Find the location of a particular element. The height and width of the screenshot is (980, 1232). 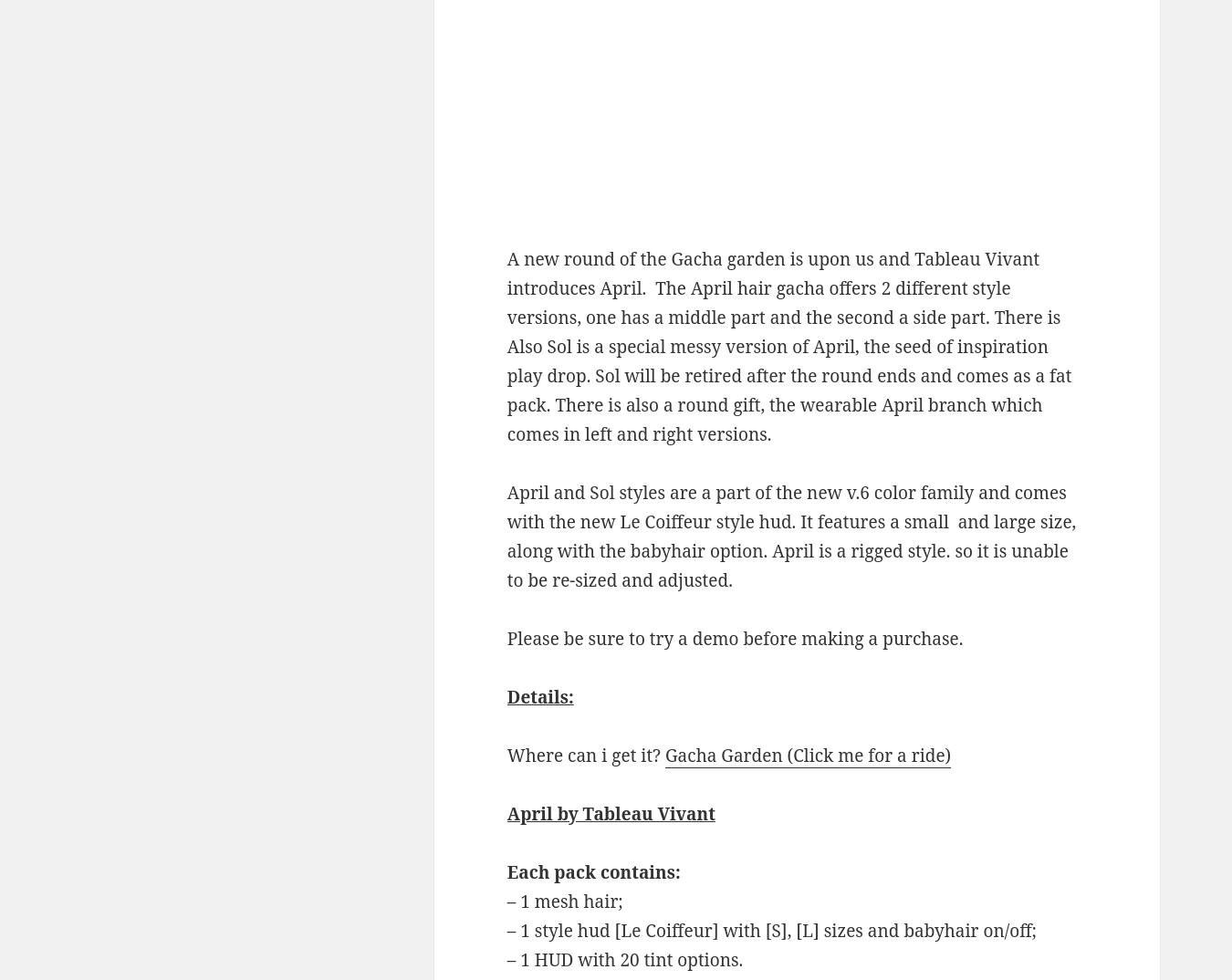

'Where can i get it?' is located at coordinates (586, 754).